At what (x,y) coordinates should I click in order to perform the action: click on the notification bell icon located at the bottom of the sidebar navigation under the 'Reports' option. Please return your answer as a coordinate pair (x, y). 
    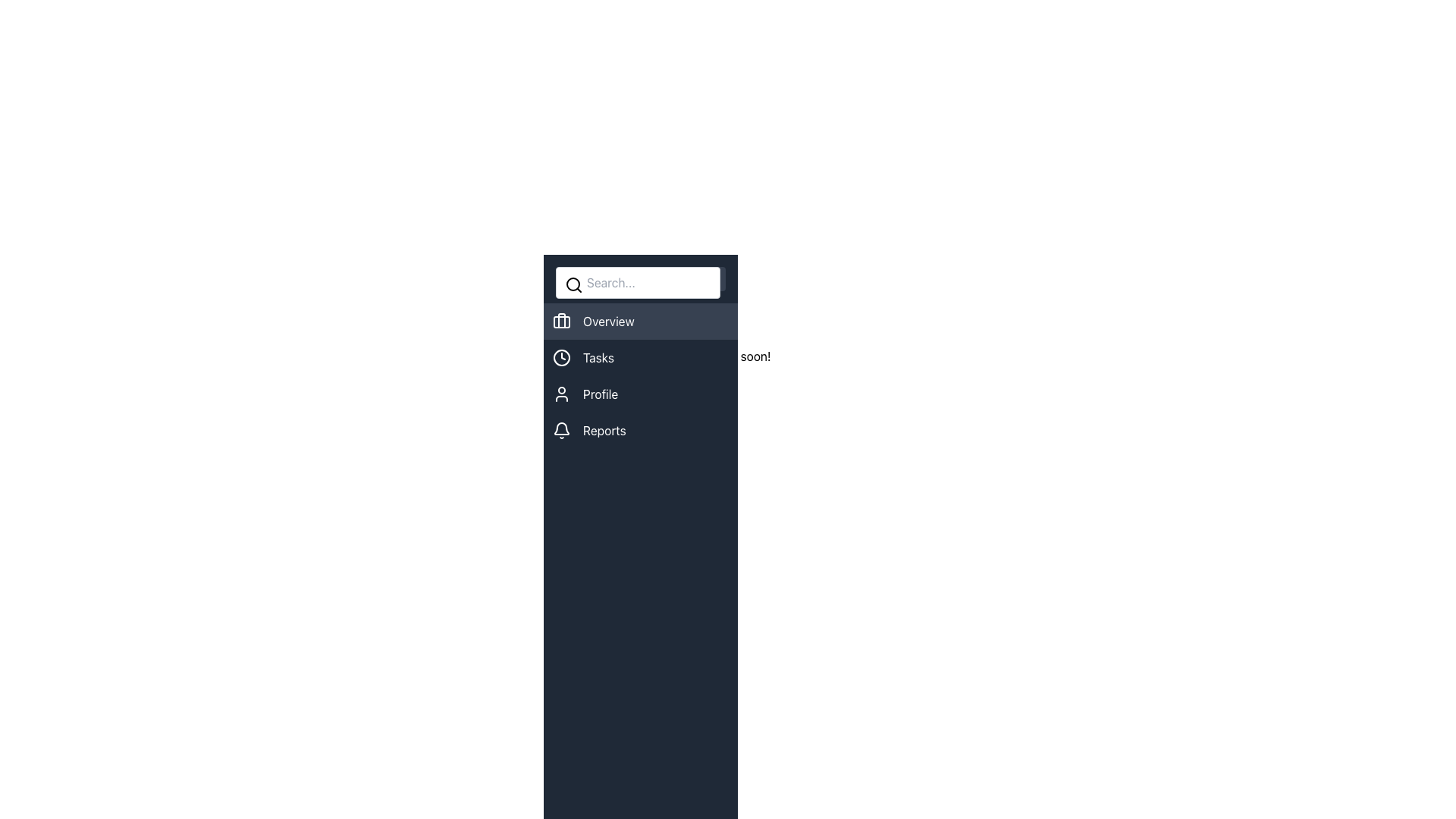
    Looking at the image, I should click on (560, 428).